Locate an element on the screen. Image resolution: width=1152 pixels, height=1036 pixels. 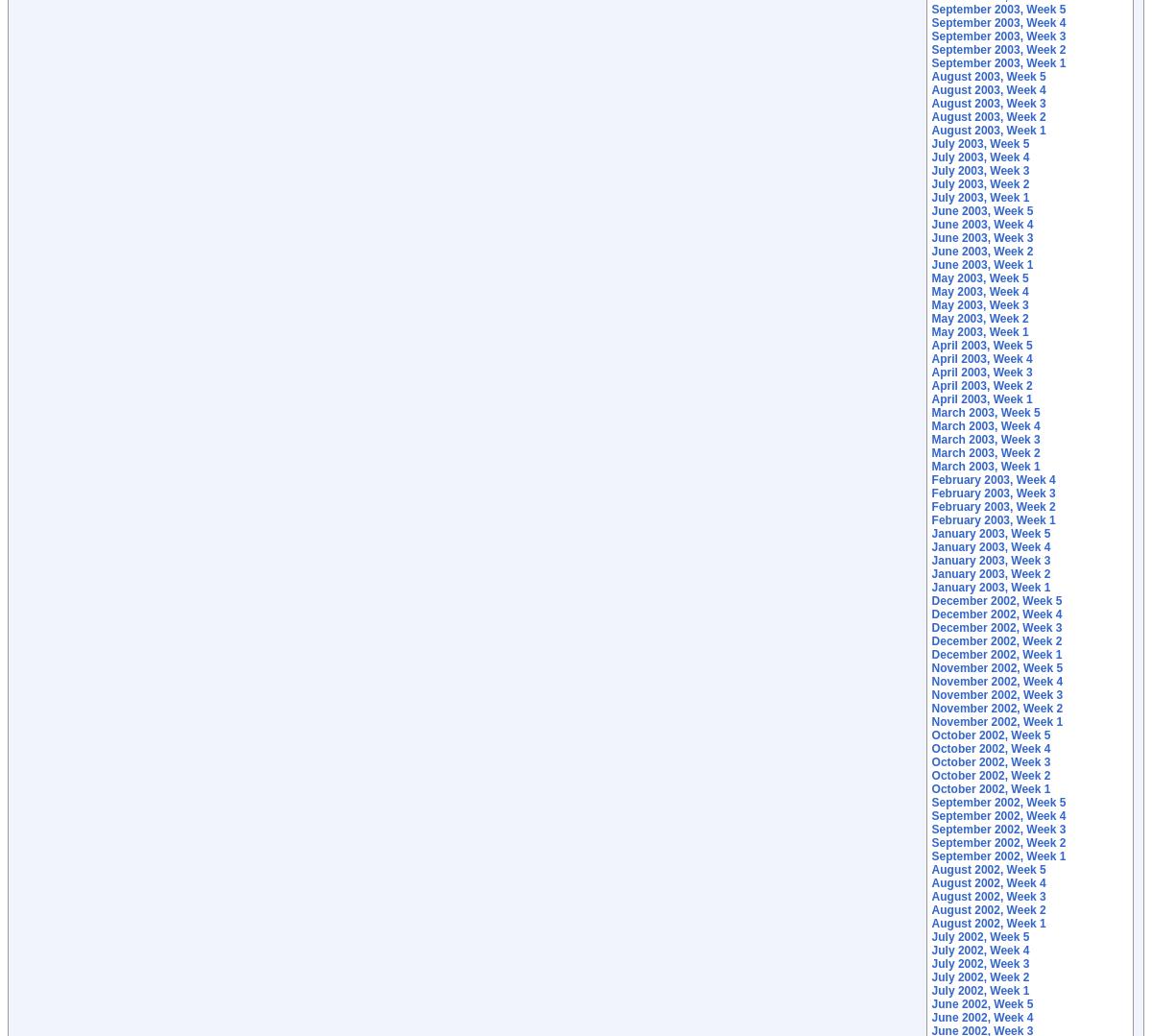
'August 2002, Week 3' is located at coordinates (988, 896).